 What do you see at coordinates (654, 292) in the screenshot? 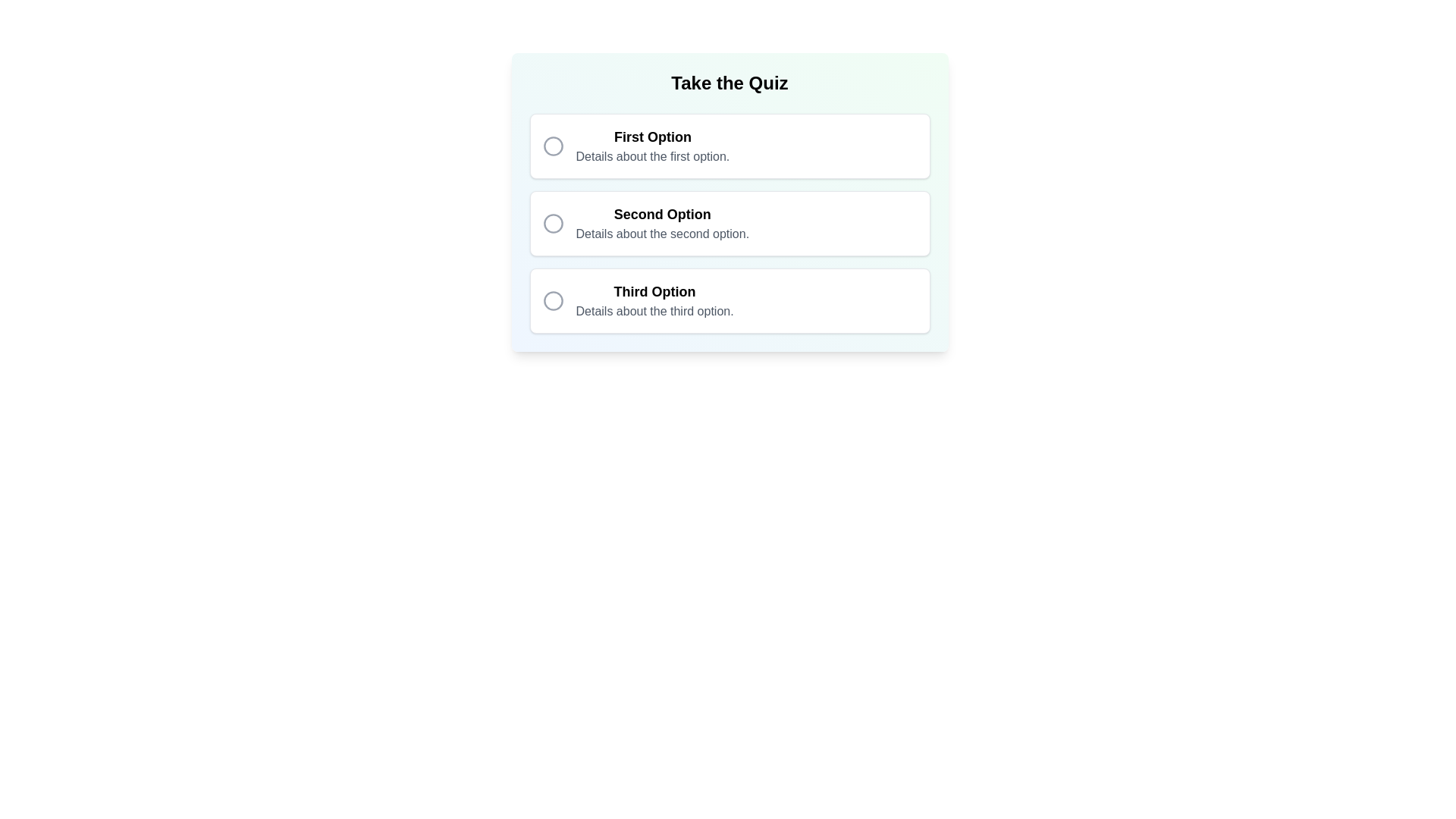
I see `the bold text label reading 'Third Option' in the quiz interface, which is styled with a larger font size and located within a white background card` at bounding box center [654, 292].